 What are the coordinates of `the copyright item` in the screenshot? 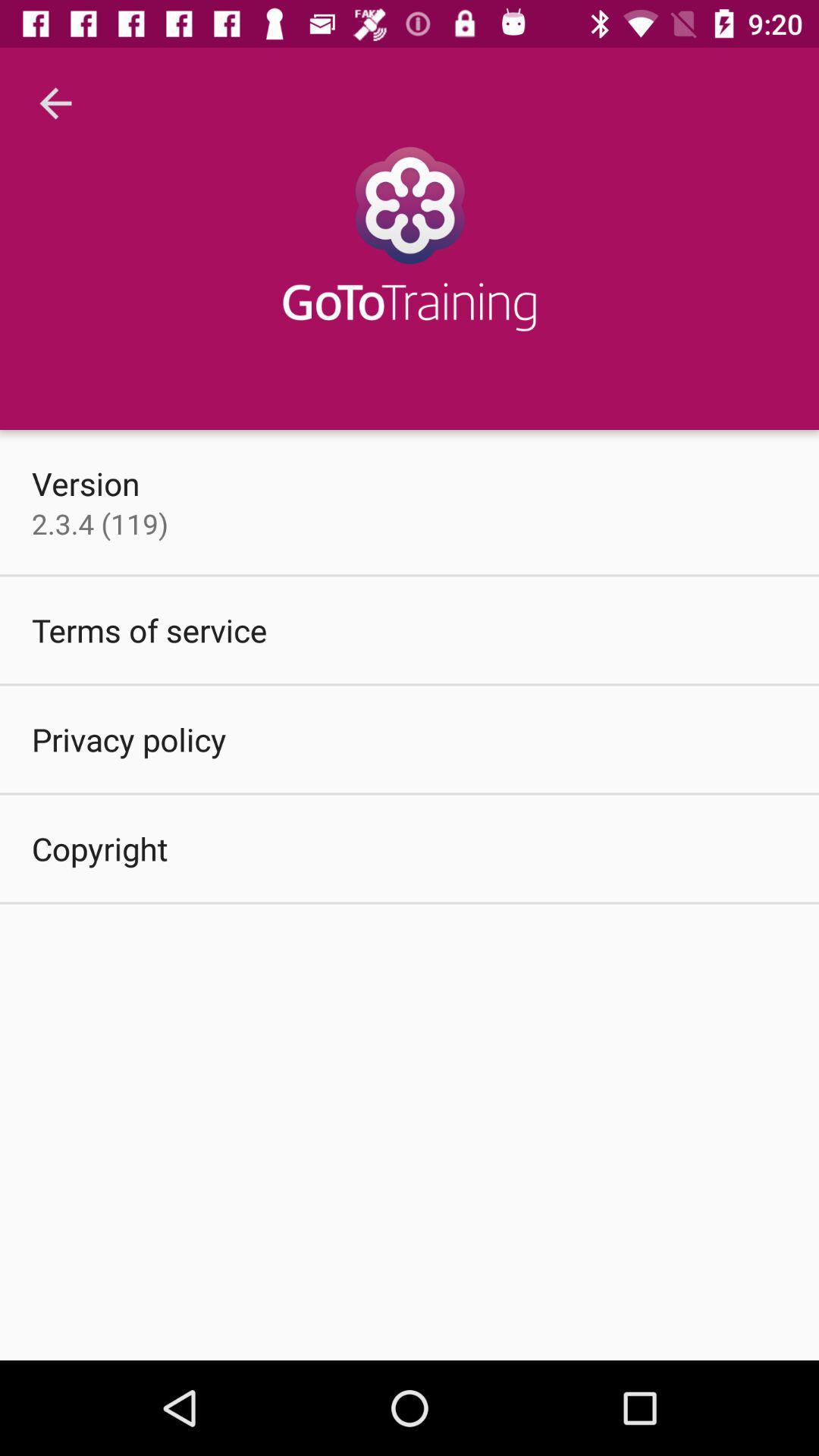 It's located at (99, 847).